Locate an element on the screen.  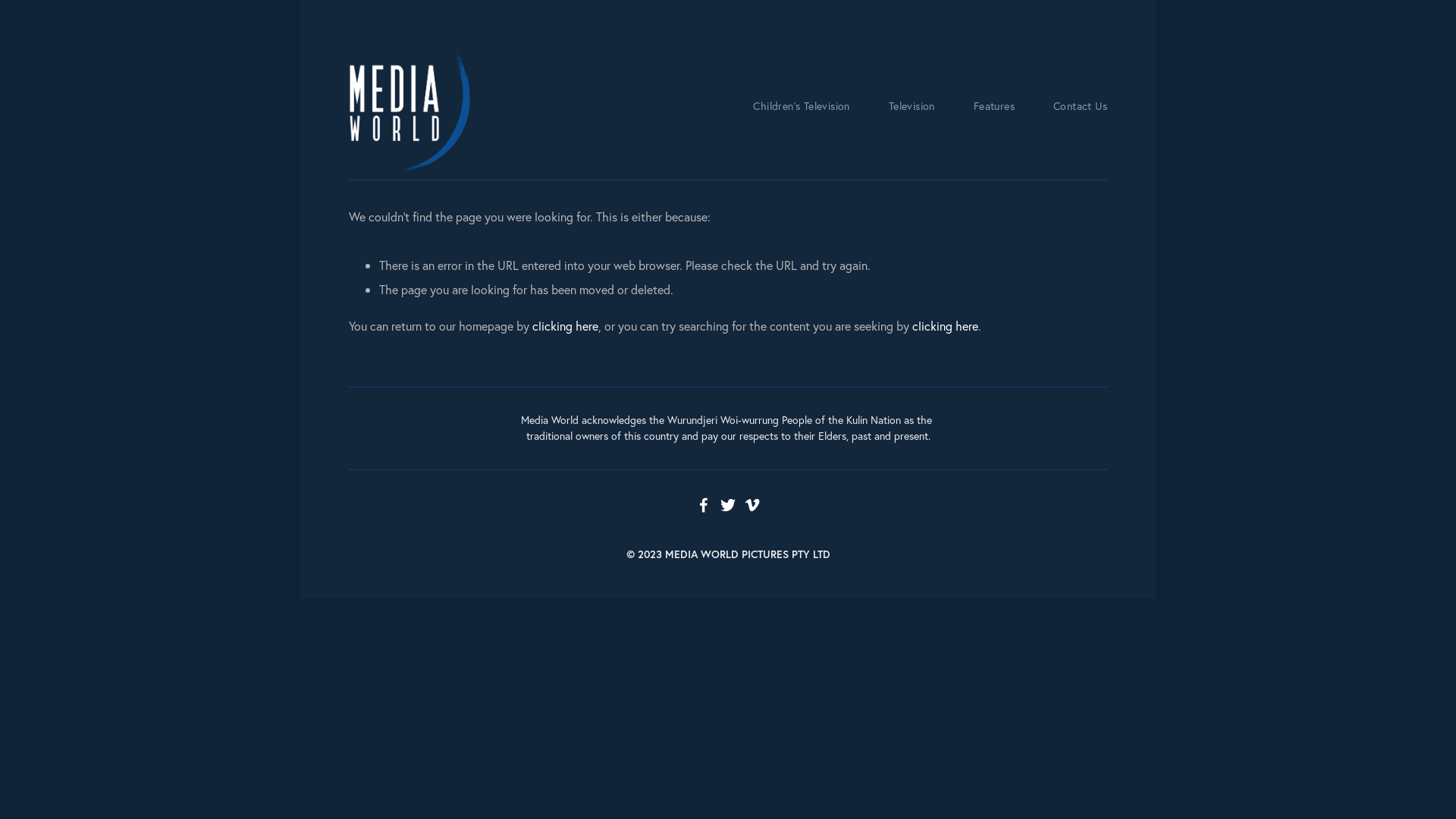
'Children's Television' is located at coordinates (800, 106).